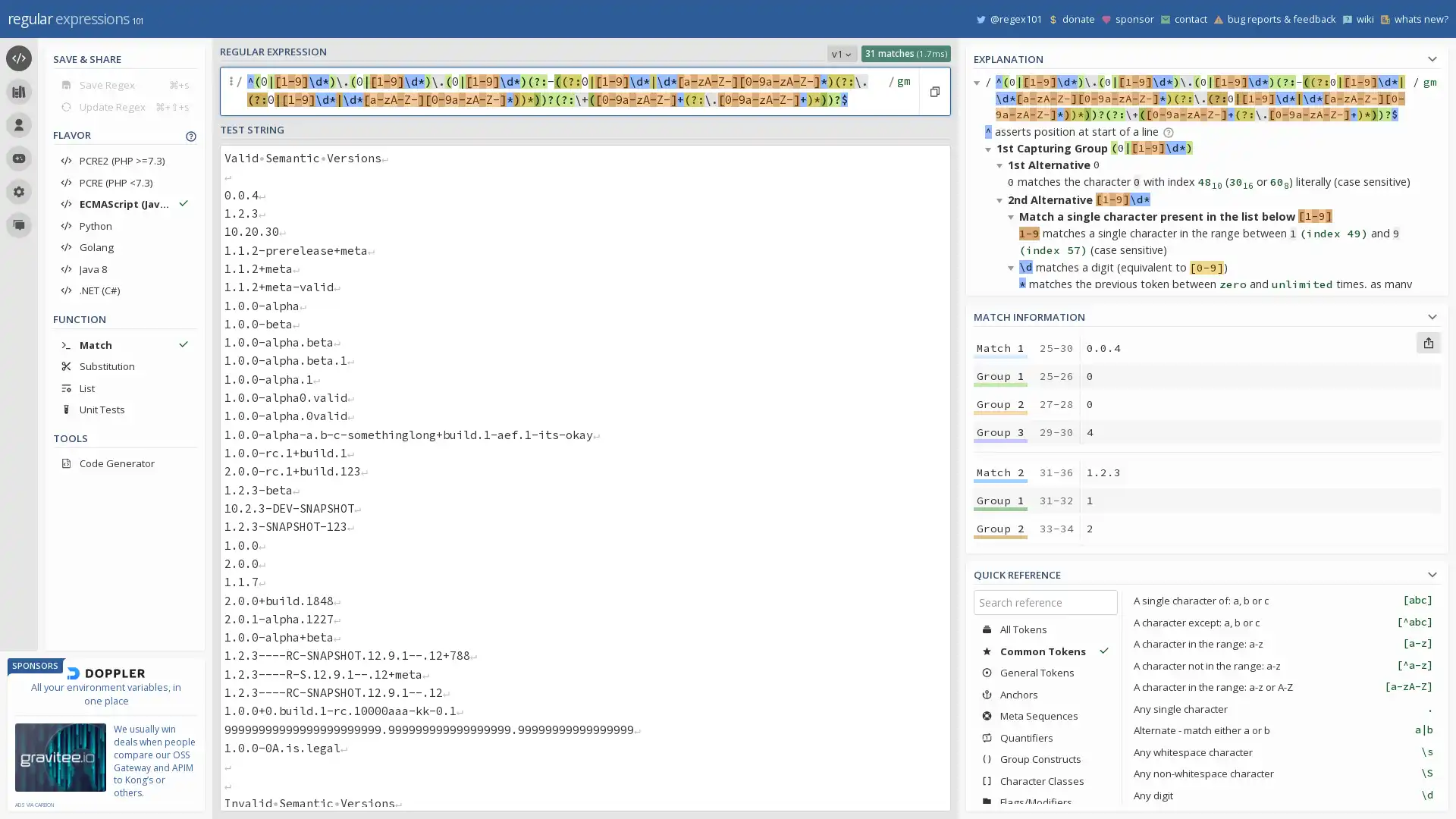 Image resolution: width=1456 pixels, height=819 pixels. What do you see at coordinates (990, 149) in the screenshot?
I see `Collapse Subtree` at bounding box center [990, 149].